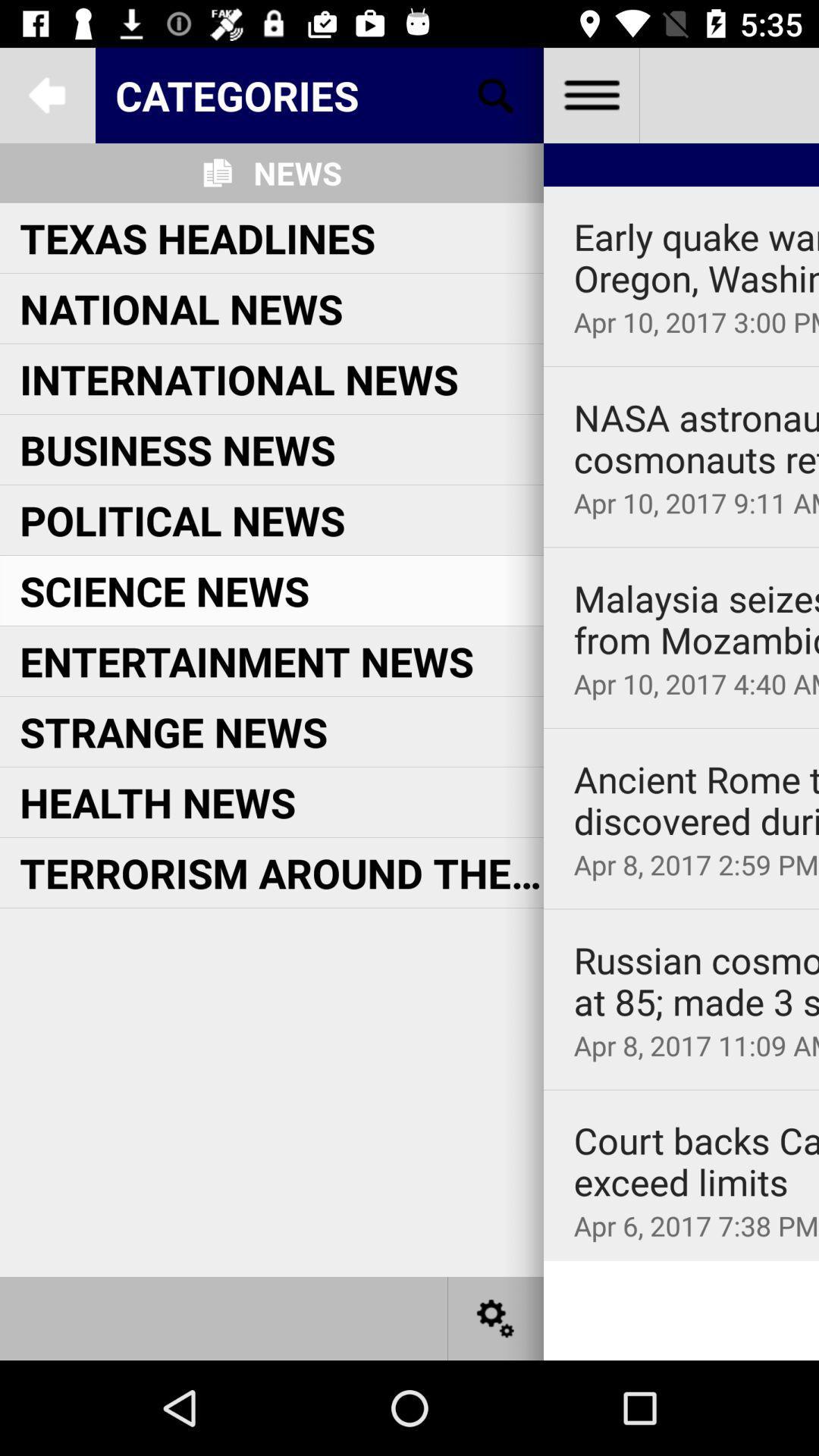  I want to click on malaysia seizes 18, so click(696, 620).